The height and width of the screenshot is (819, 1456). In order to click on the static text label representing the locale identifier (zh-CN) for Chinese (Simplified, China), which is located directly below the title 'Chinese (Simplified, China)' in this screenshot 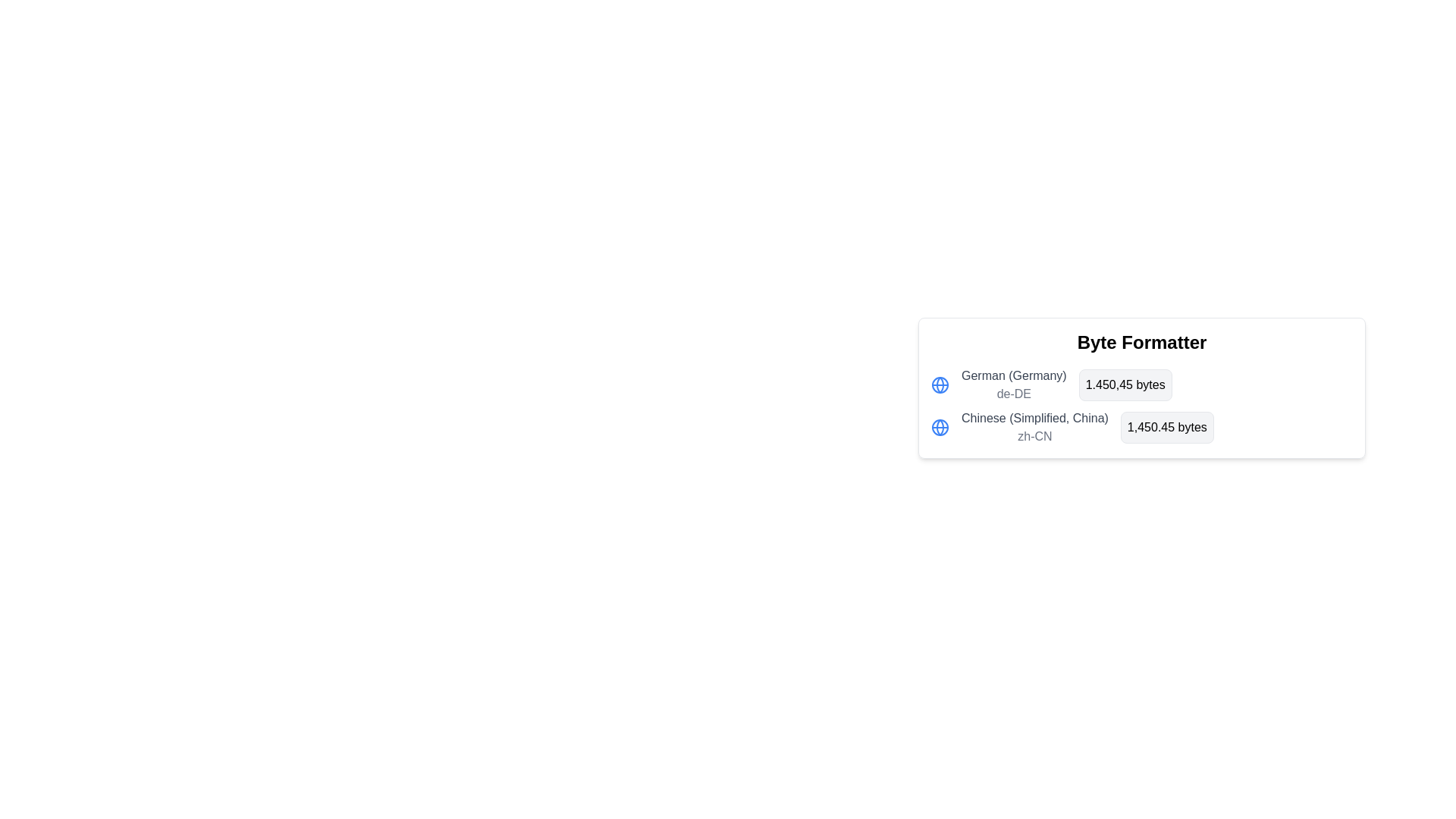, I will do `click(1034, 436)`.